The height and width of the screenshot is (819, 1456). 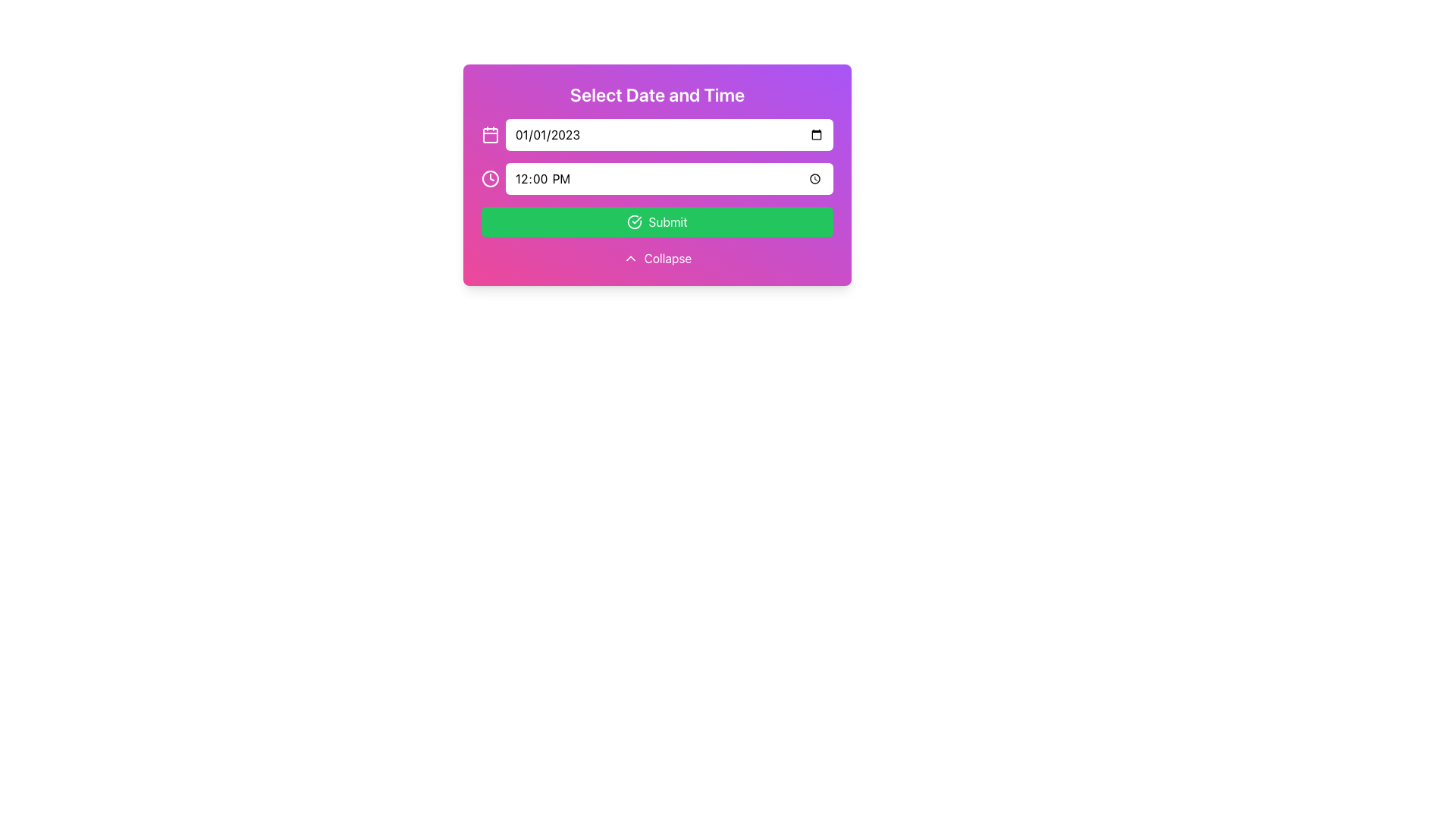 What do you see at coordinates (657, 94) in the screenshot?
I see `the Text Label that serves as a title or heading for the section, providing context about the contents and actions available within the section below` at bounding box center [657, 94].